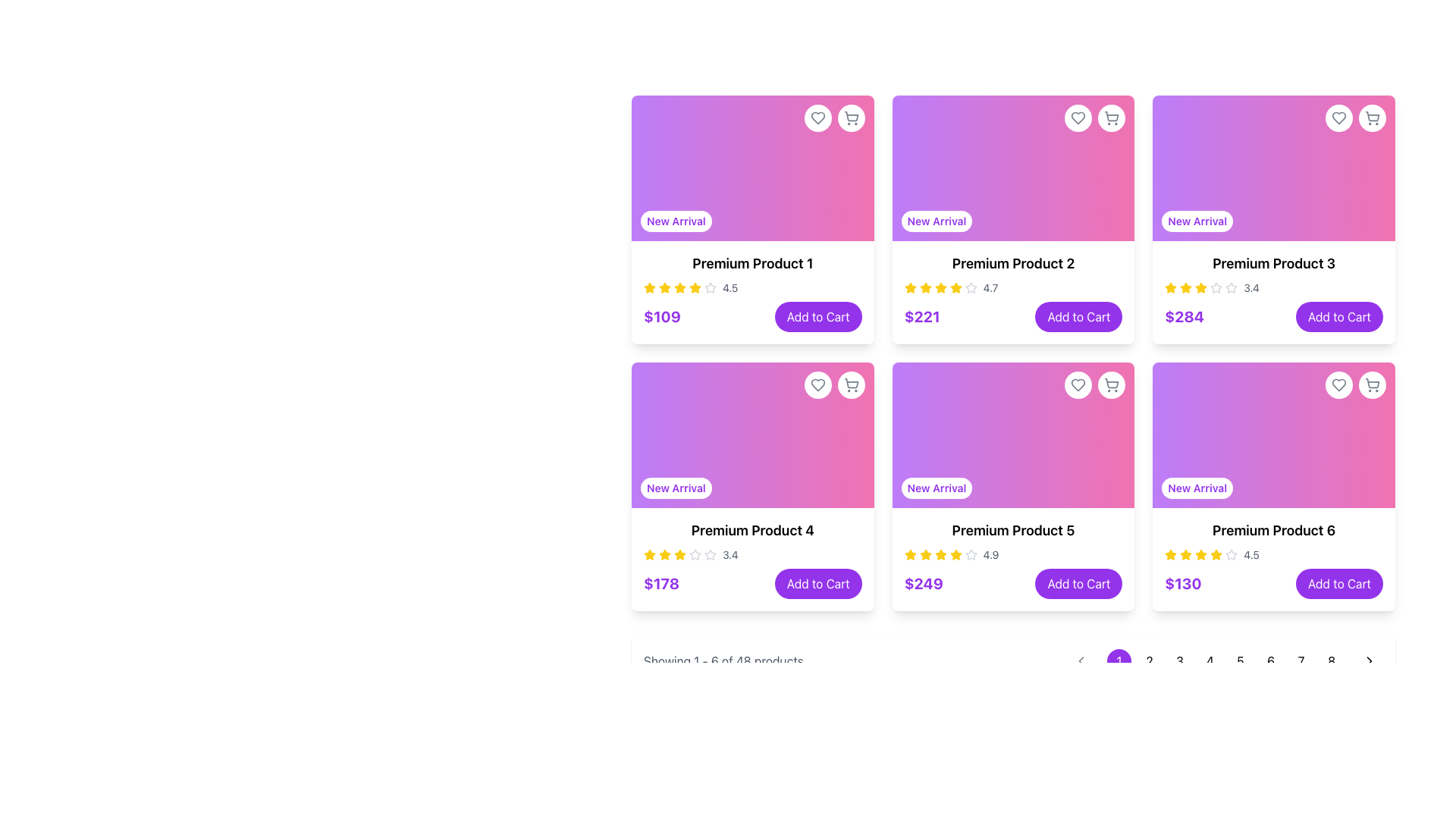 This screenshot has width=1456, height=819. I want to click on the shopping cart icon represented by a wireframe design in the top right corner of the fifth product card in the second row of a grid layout, so click(1112, 382).